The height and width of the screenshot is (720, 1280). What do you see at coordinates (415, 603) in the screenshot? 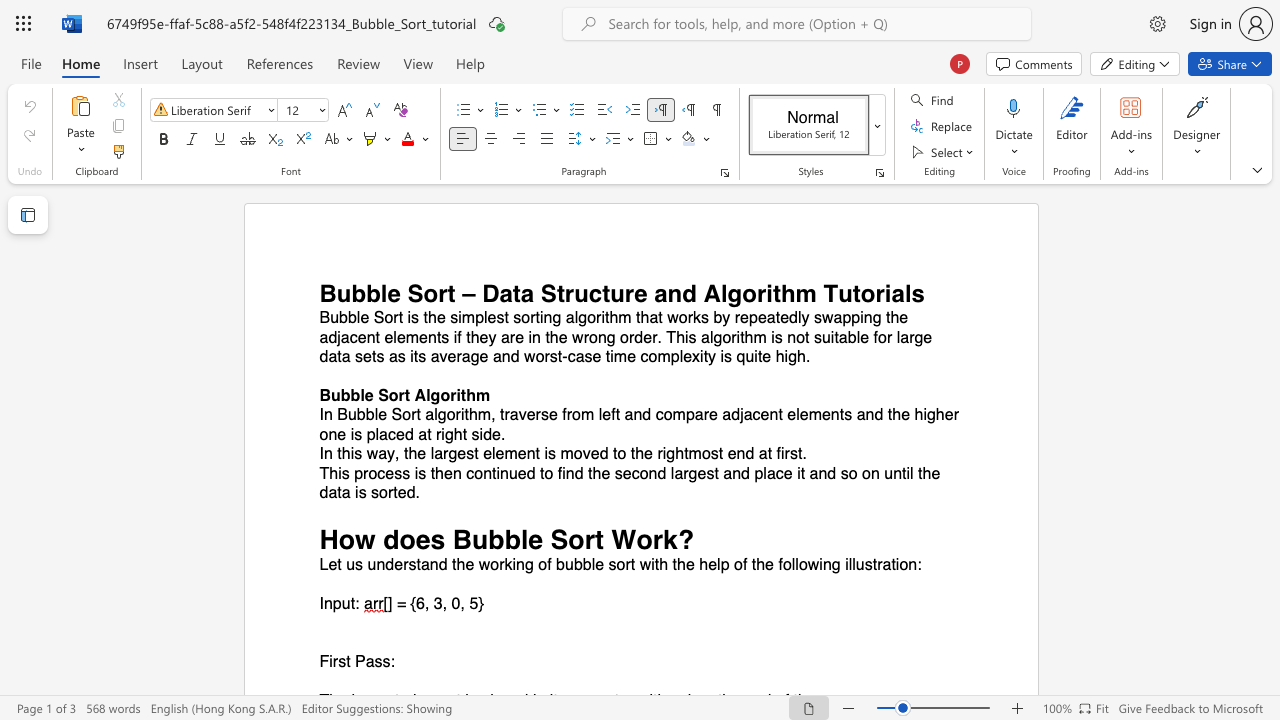
I see `the space between the continuous character "{" and "6" in the text` at bounding box center [415, 603].